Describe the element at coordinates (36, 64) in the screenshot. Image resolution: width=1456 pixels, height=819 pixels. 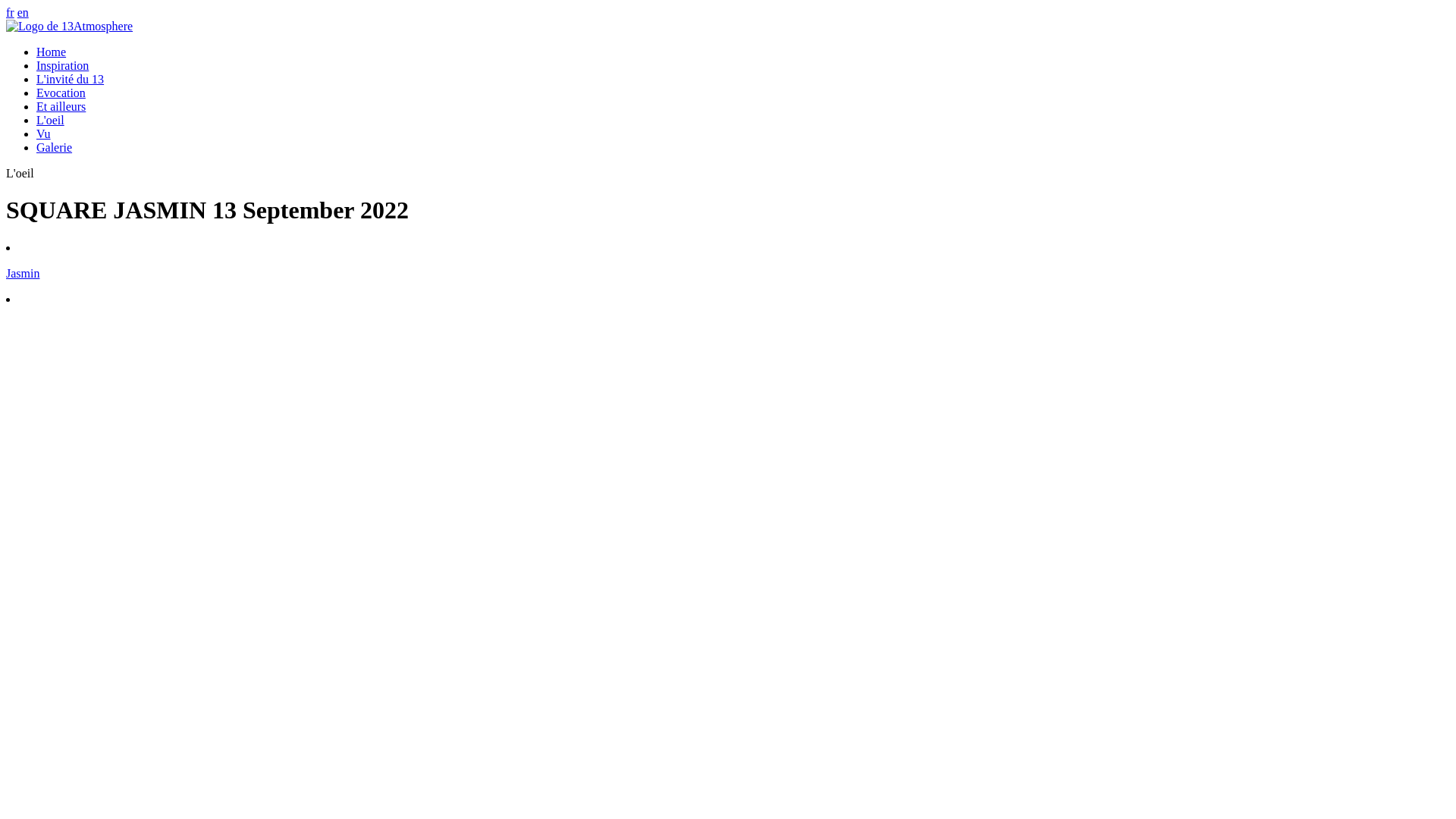
I see `'Inspiration'` at that location.